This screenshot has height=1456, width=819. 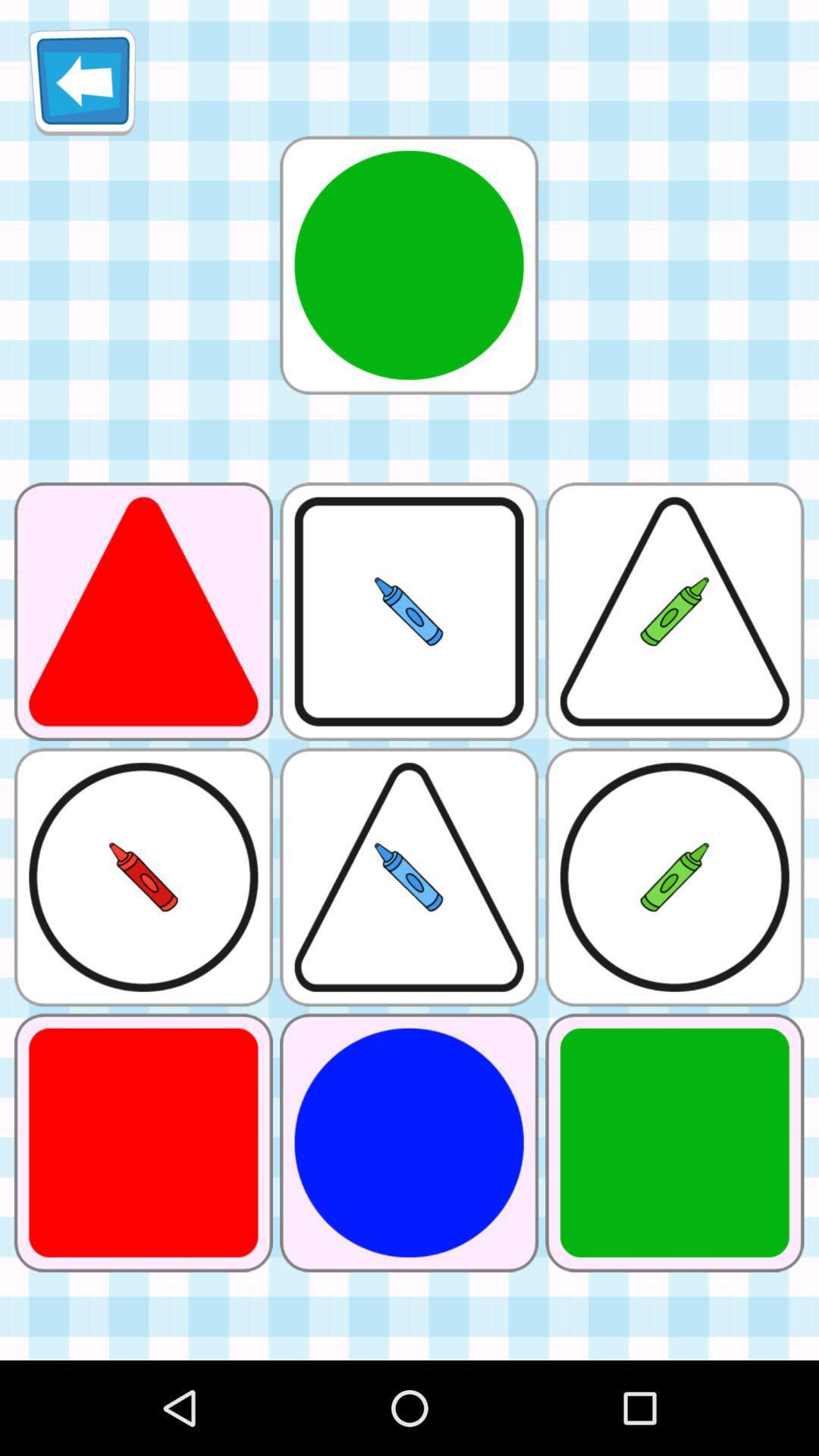 I want to click on it, so click(x=408, y=265).